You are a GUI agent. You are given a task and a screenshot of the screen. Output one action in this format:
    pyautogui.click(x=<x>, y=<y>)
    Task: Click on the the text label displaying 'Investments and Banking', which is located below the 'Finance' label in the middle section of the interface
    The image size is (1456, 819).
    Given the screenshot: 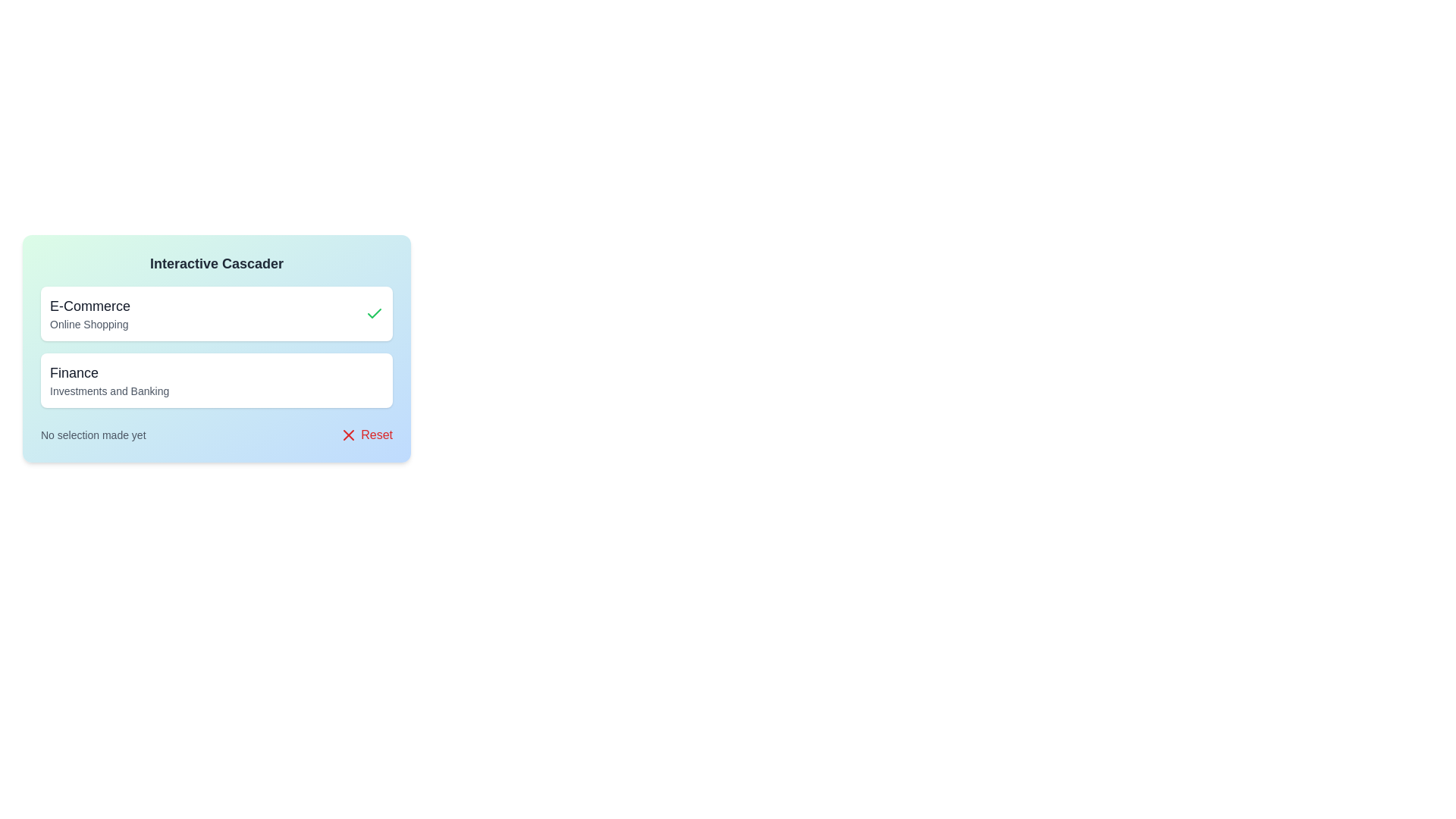 What is the action you would take?
    pyautogui.click(x=108, y=391)
    